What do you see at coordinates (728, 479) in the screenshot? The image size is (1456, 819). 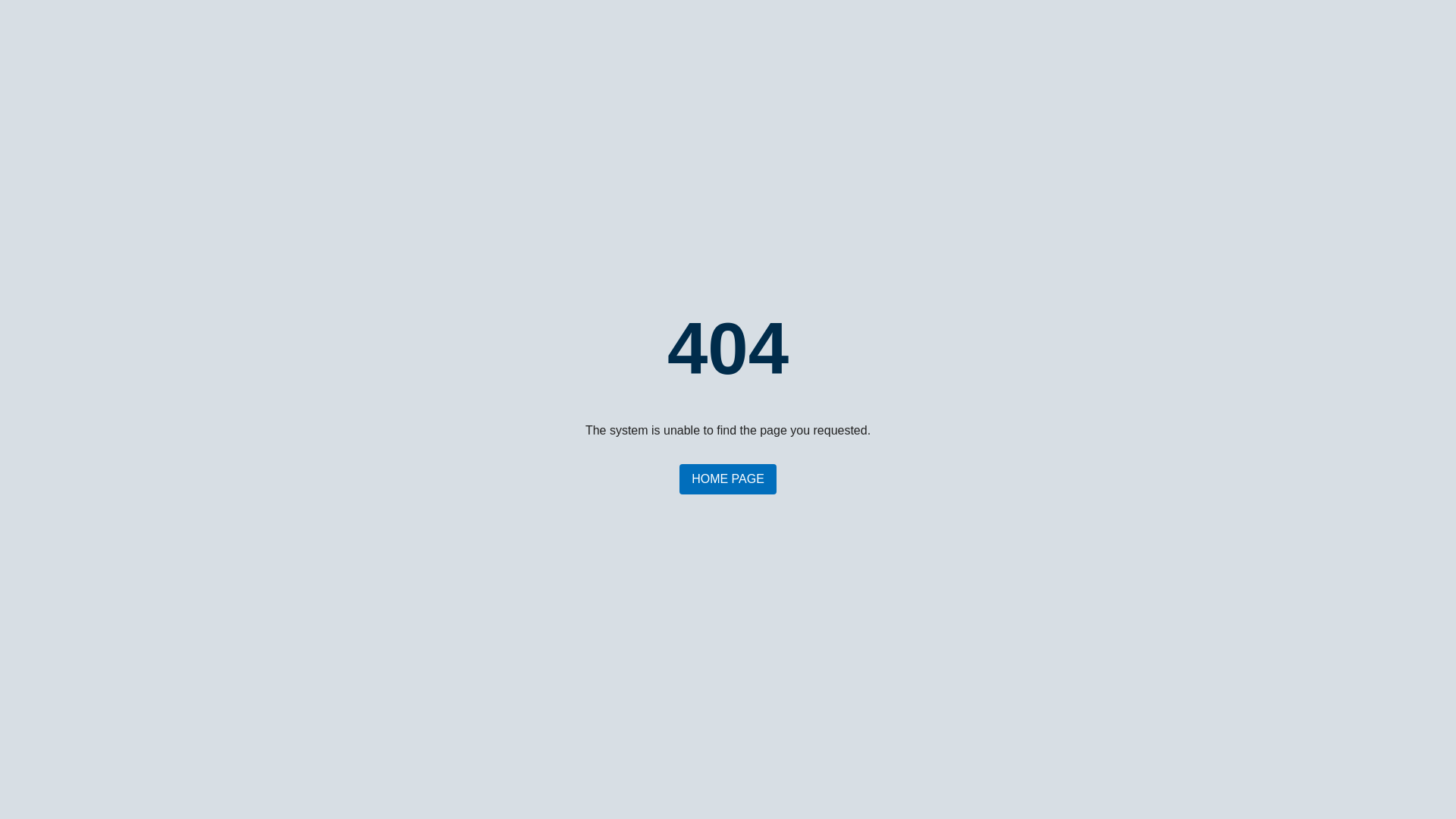 I see `'HOME PAGE'` at bounding box center [728, 479].